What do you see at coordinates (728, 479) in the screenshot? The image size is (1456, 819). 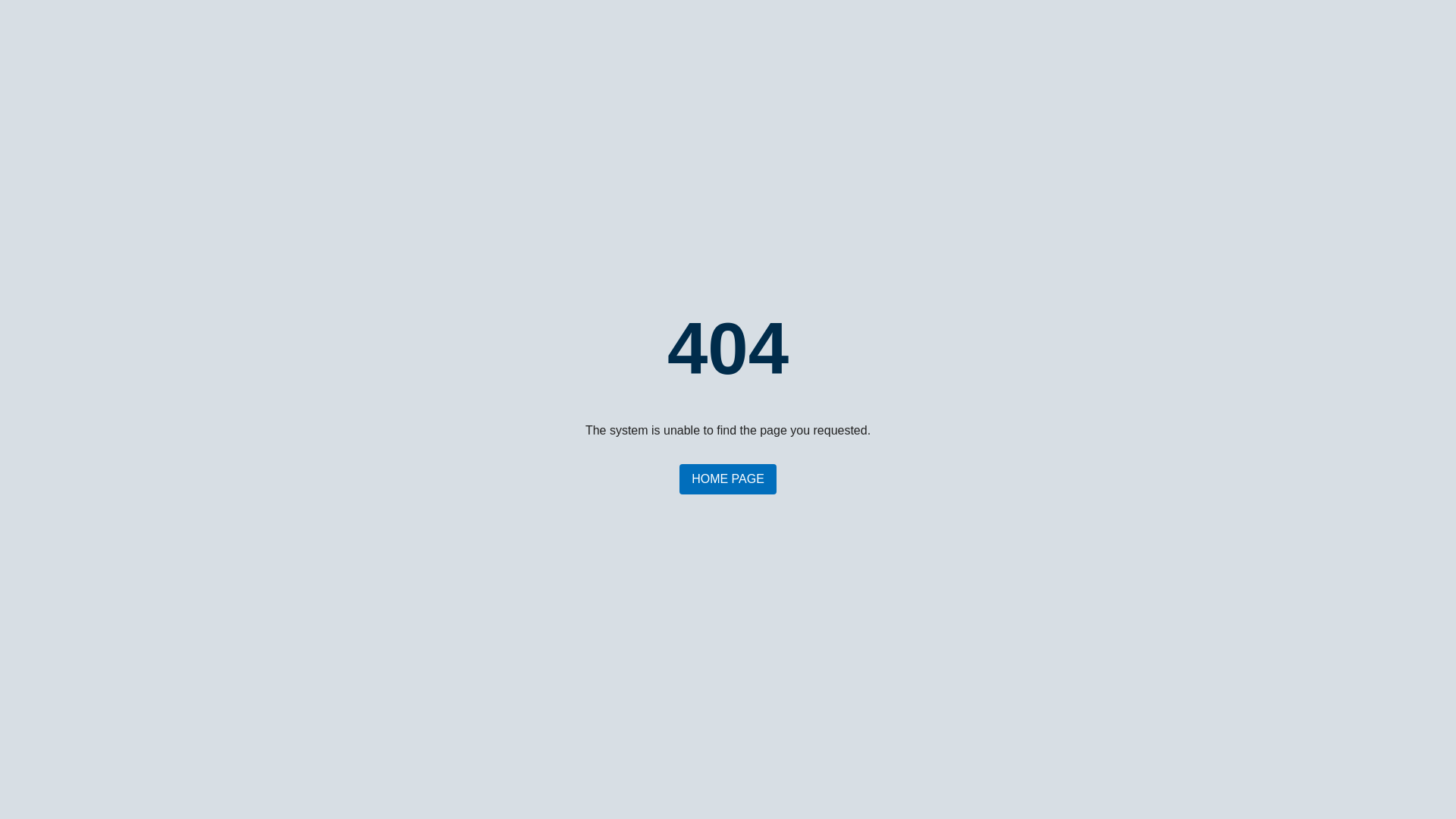 I see `'HOME PAGE'` at bounding box center [728, 479].